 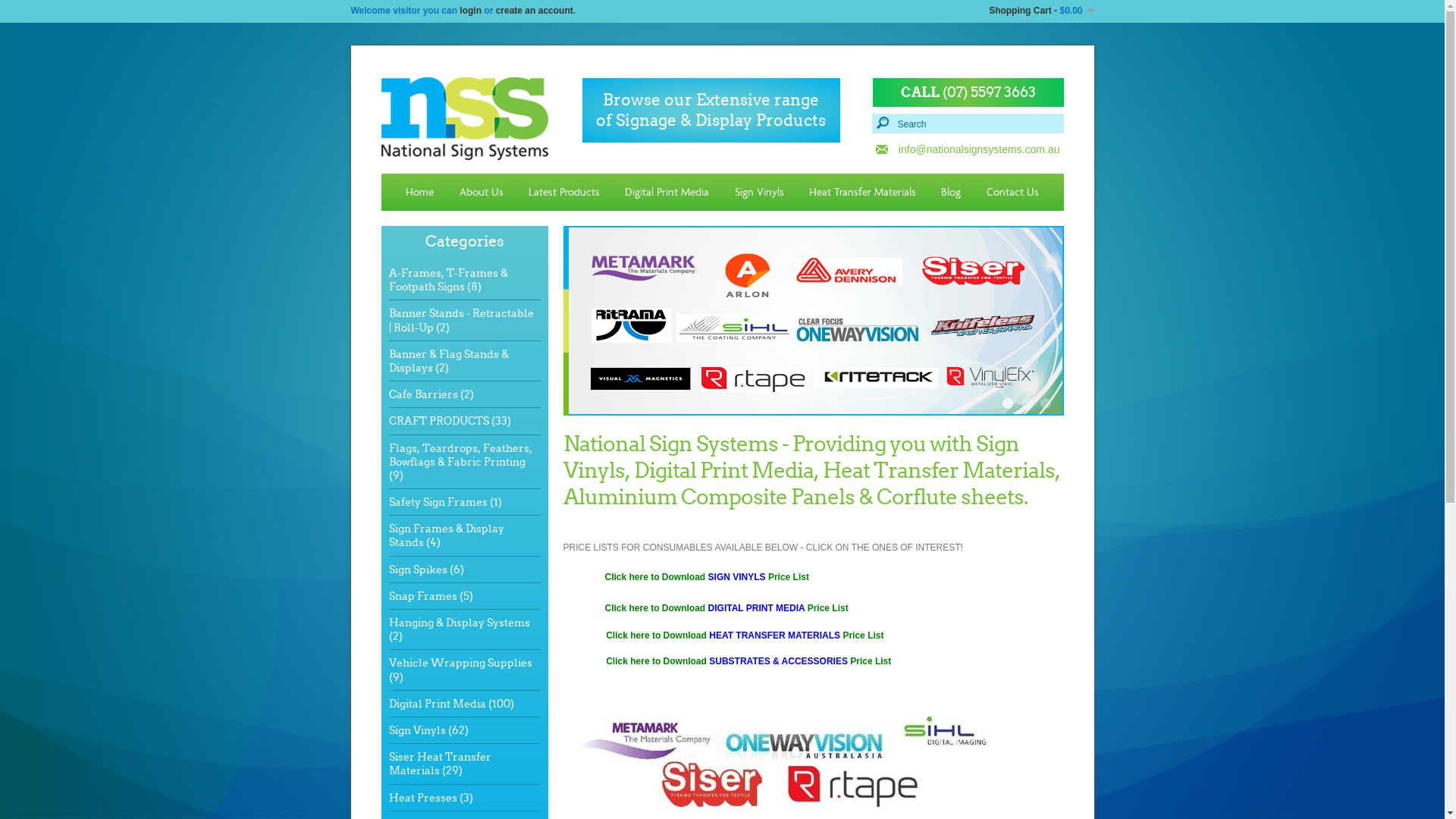 What do you see at coordinates (444, 502) in the screenshot?
I see `'Safety Sign Frames (1)'` at bounding box center [444, 502].